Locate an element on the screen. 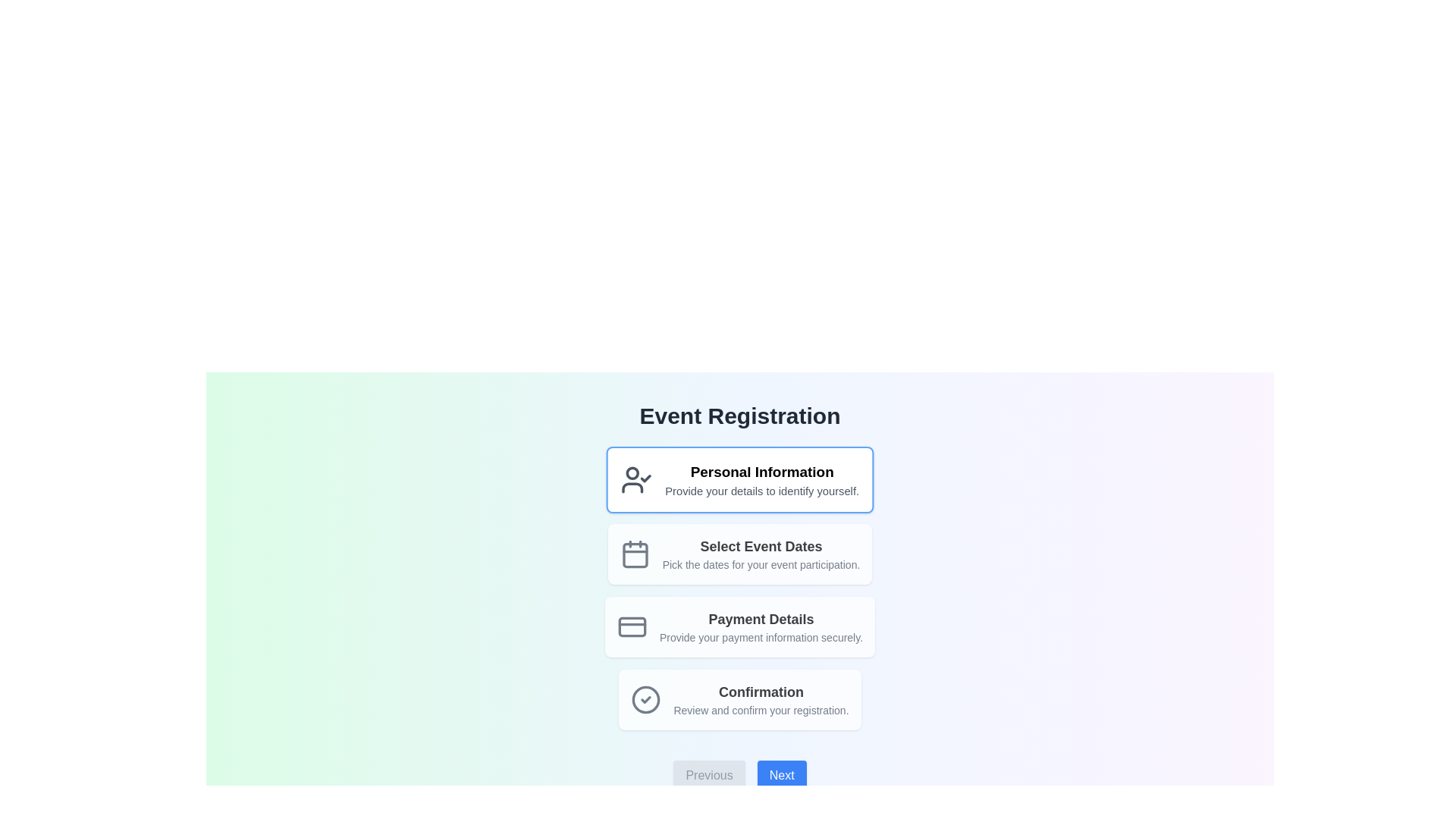  the 'Payment Details' icon, which is the first component within the third interactive card in a vertical sequence, aiding in user navigation is located at coordinates (632, 626).